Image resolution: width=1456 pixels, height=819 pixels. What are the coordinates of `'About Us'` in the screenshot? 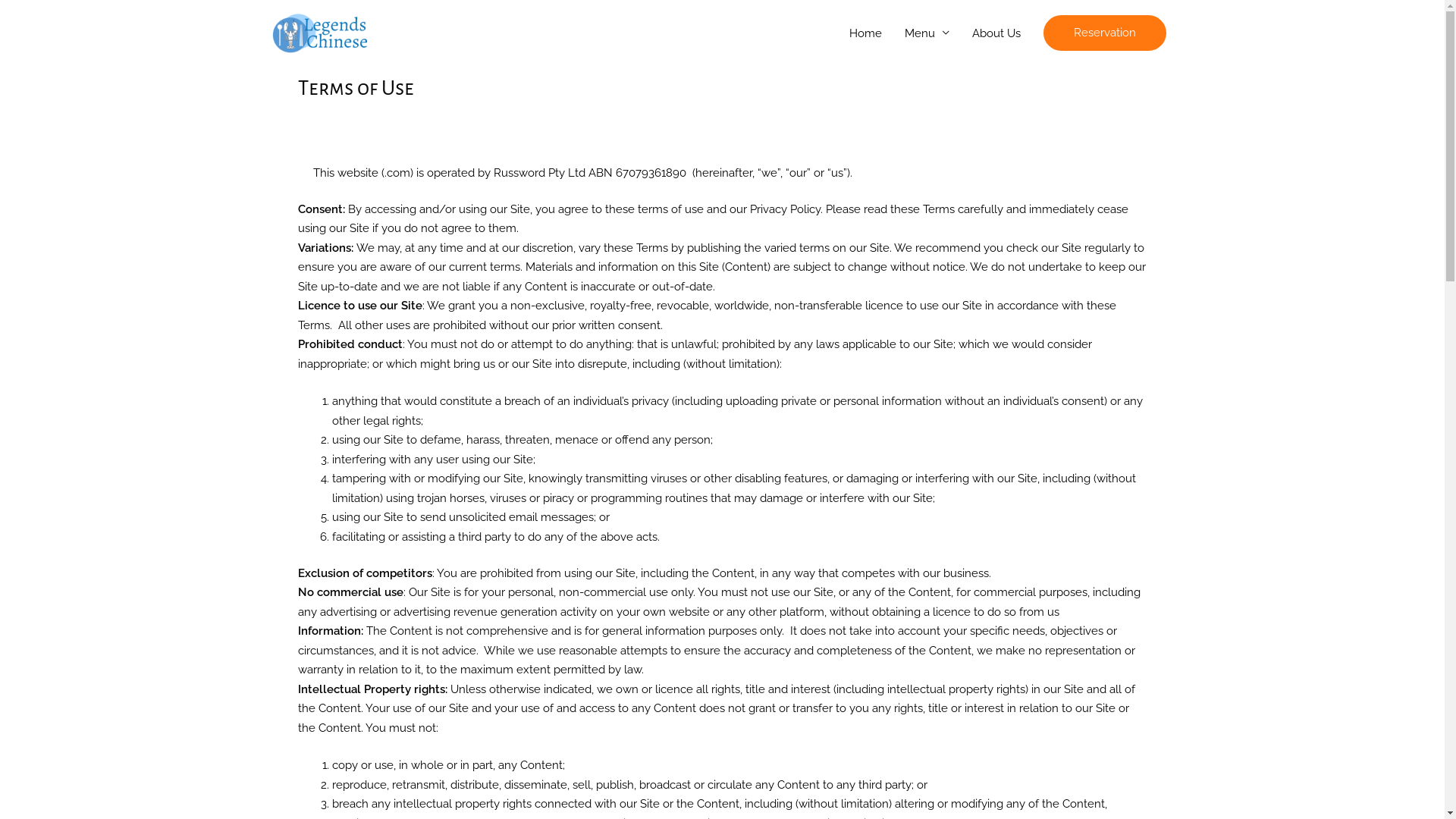 It's located at (996, 33).